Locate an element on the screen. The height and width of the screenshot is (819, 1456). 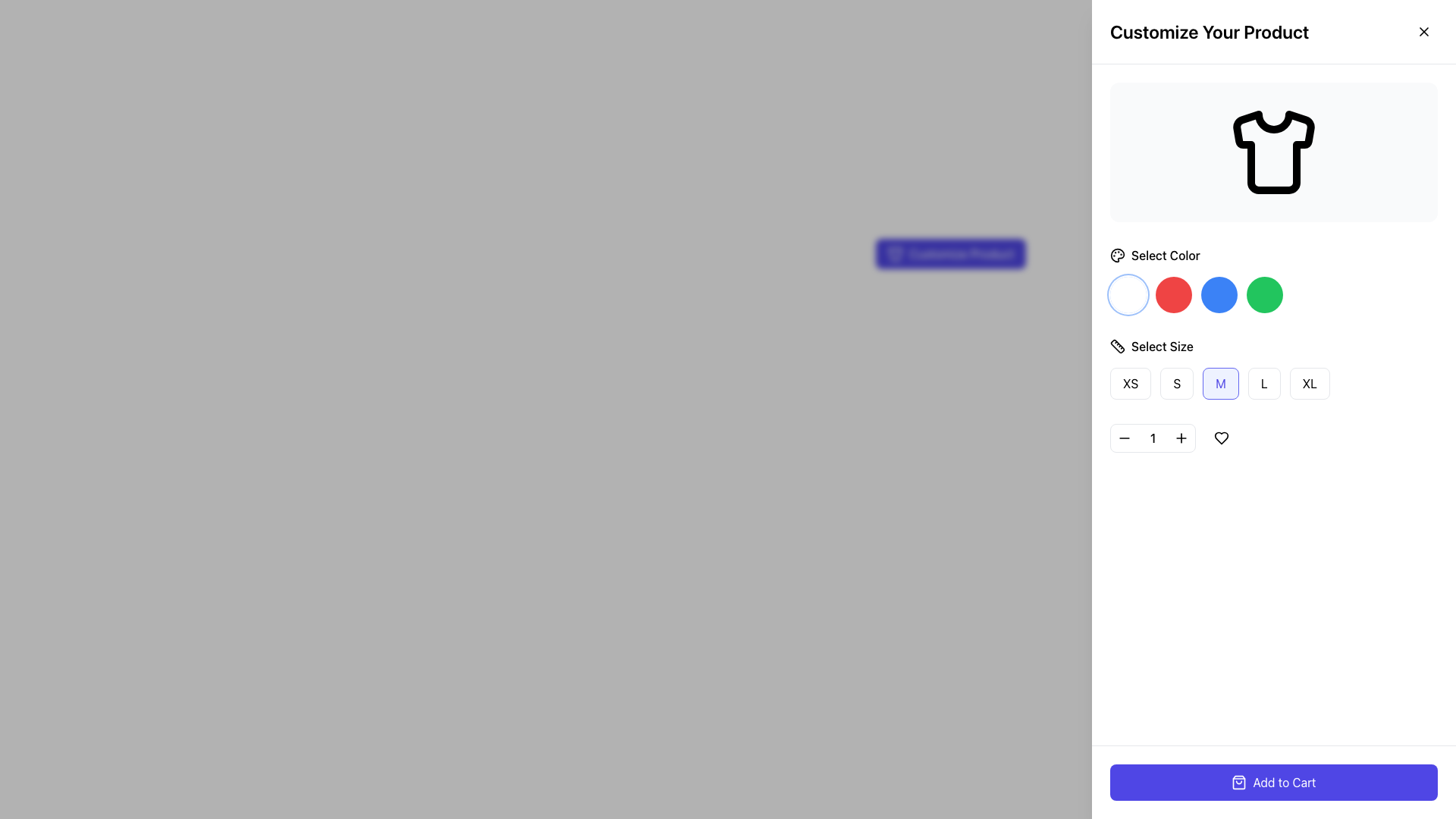
the 'Add to Cart' button, which is a wide rectangular button with an indigo background, rounded corners, and white text, located in the bottom-most panel of the right sidebar is located at coordinates (1274, 783).